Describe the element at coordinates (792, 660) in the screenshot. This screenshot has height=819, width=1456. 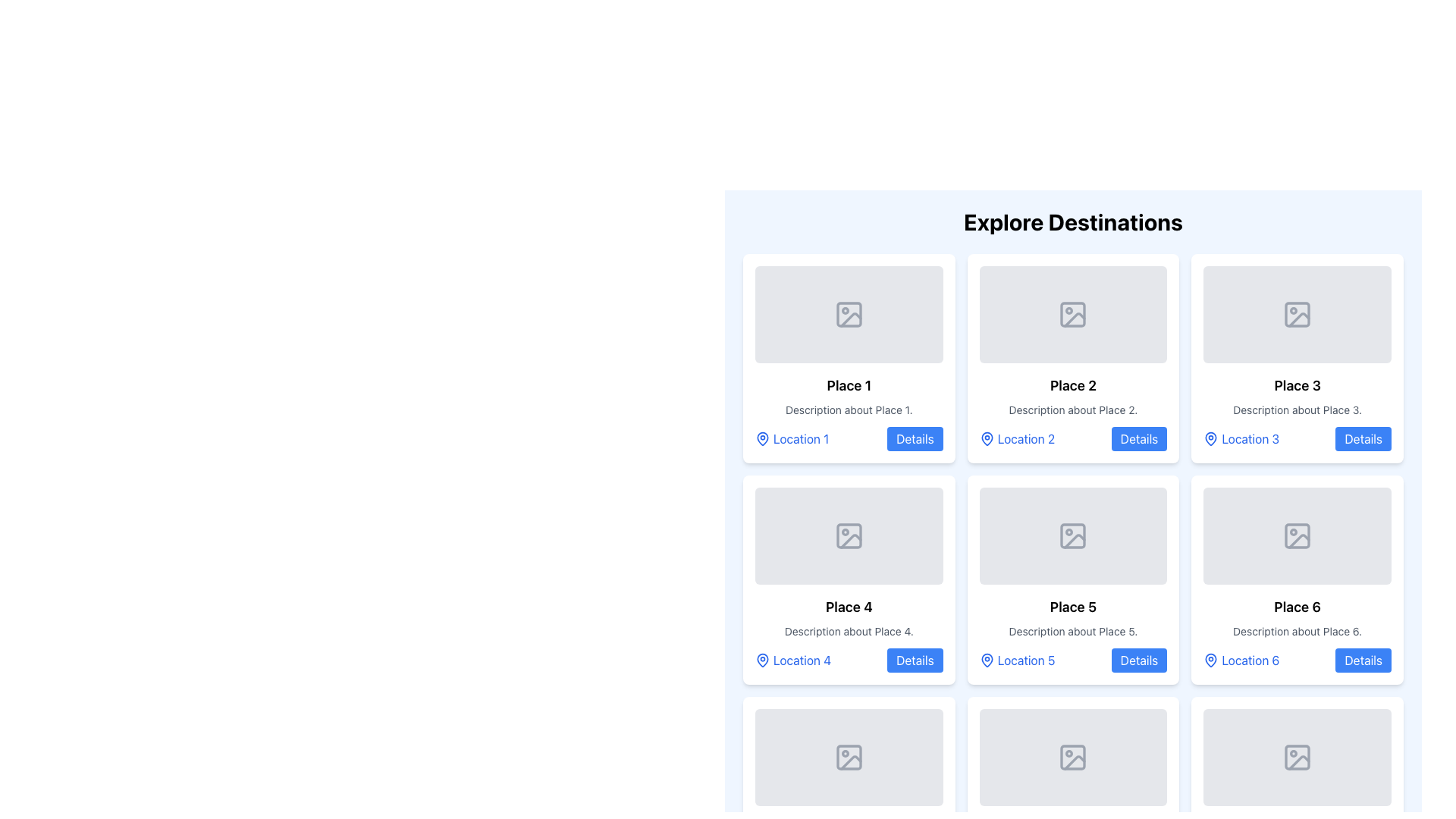
I see `the 'Location 4' text label with a map pin icon, which is styled in blue and located at the bottom-left corner of the card layout for 'Place 4'` at that location.